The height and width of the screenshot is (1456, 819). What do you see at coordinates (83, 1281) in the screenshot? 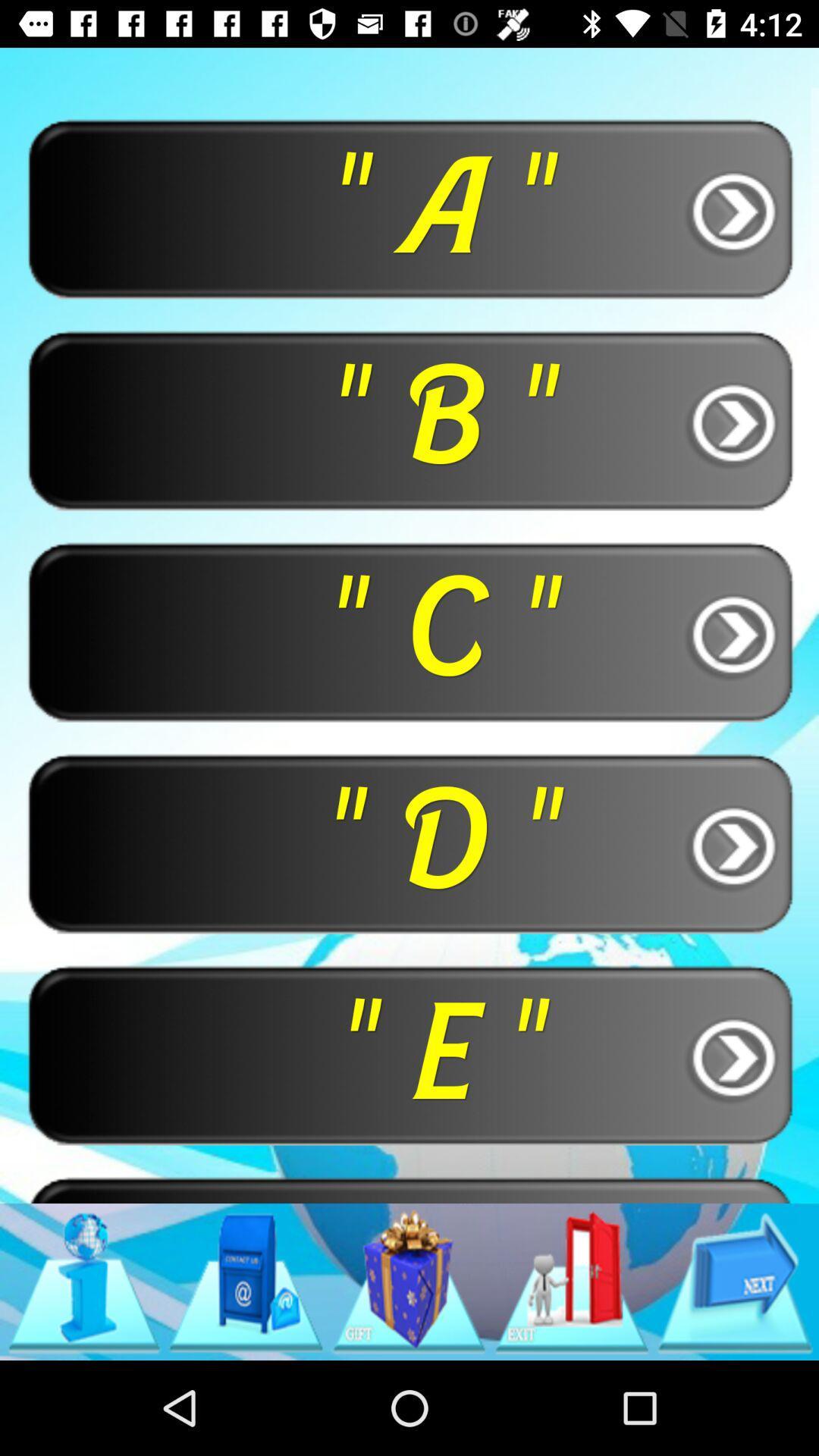
I see `the item below the   " f " icon` at bounding box center [83, 1281].